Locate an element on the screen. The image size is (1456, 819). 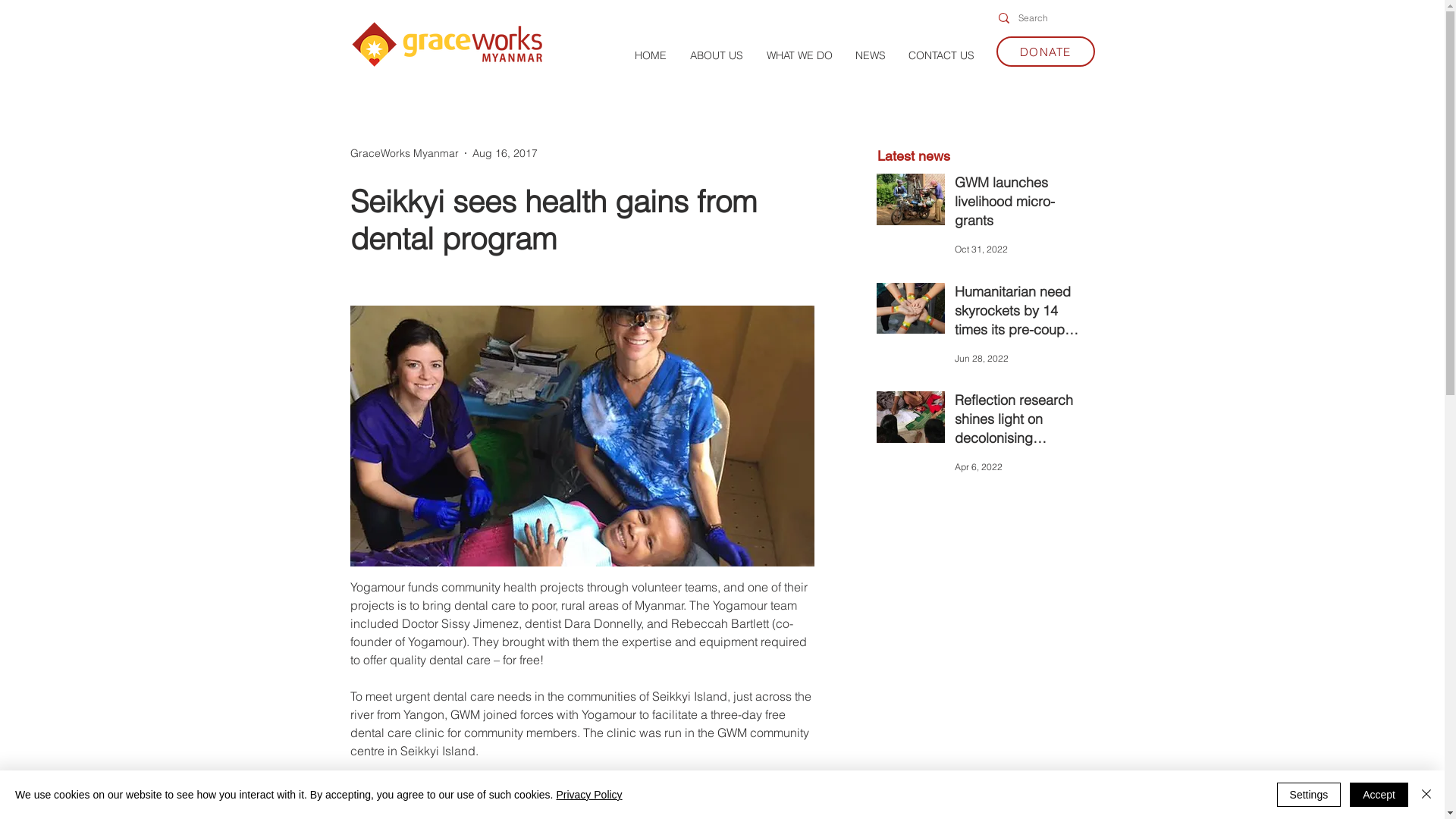
'WHAT WE DO' is located at coordinates (799, 55).